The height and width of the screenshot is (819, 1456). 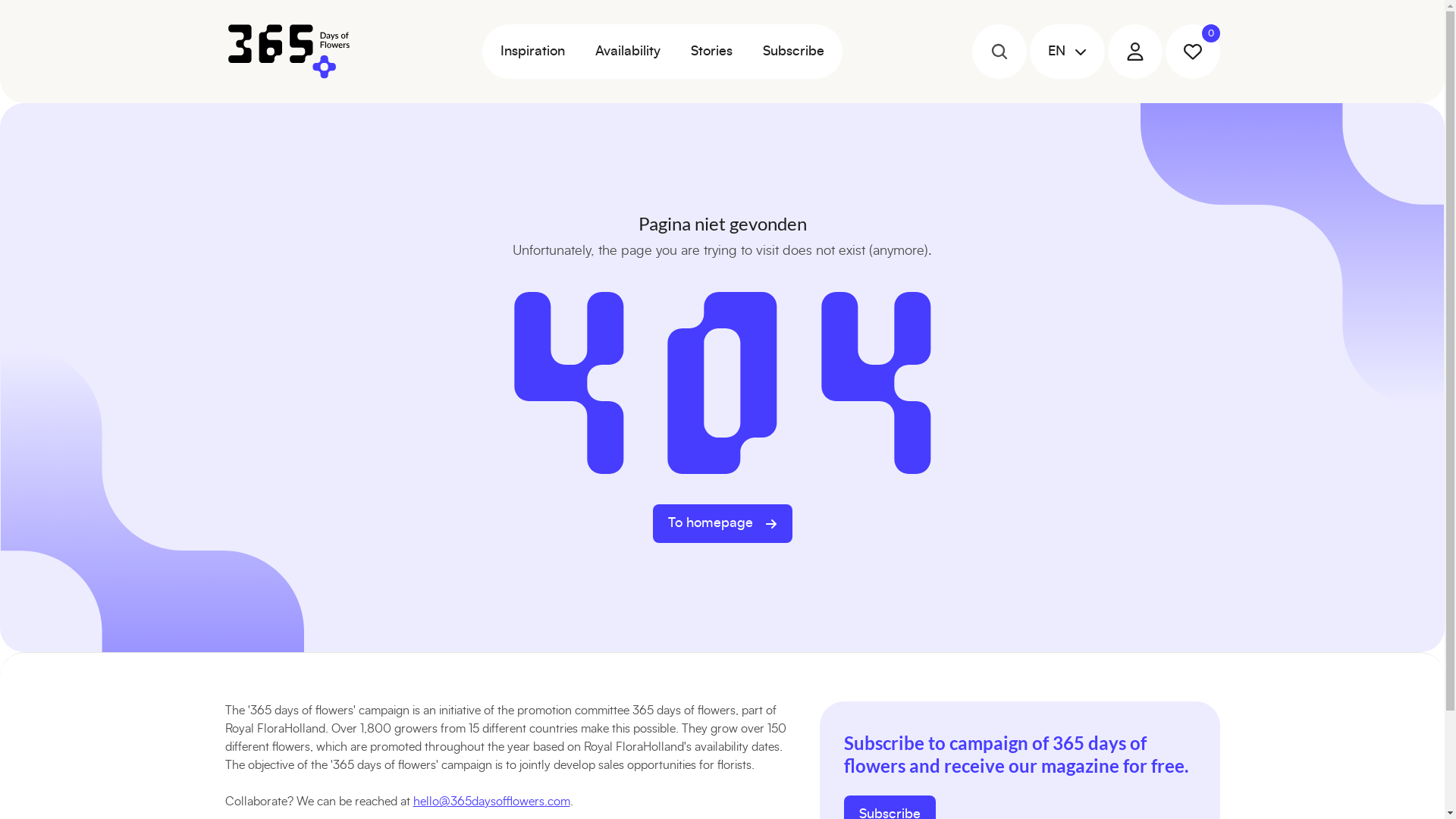 What do you see at coordinates (626, 51) in the screenshot?
I see `'Availability'` at bounding box center [626, 51].